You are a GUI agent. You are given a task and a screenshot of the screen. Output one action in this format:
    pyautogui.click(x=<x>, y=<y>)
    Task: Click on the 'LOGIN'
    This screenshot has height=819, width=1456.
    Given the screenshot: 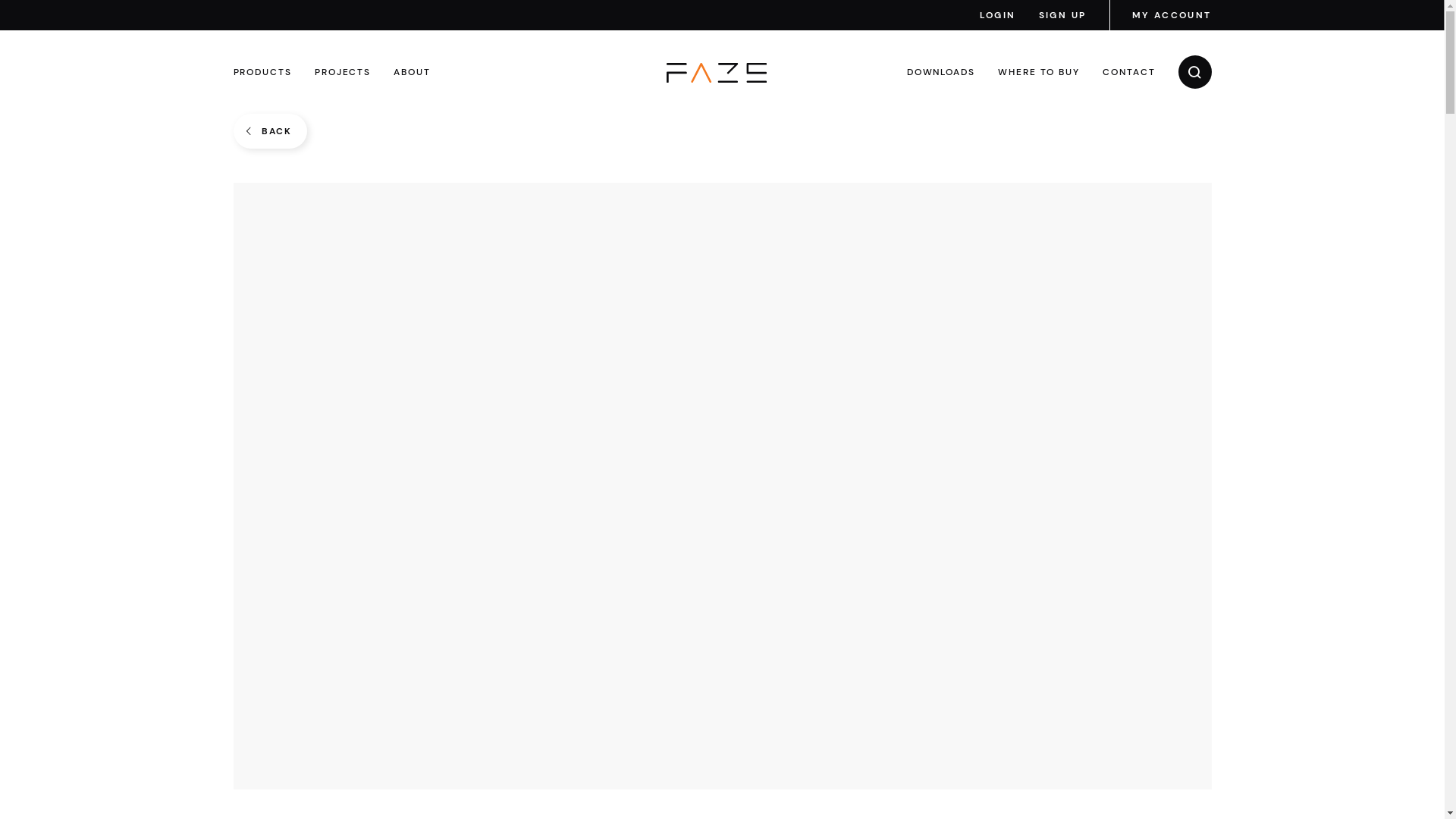 What is the action you would take?
    pyautogui.click(x=997, y=14)
    